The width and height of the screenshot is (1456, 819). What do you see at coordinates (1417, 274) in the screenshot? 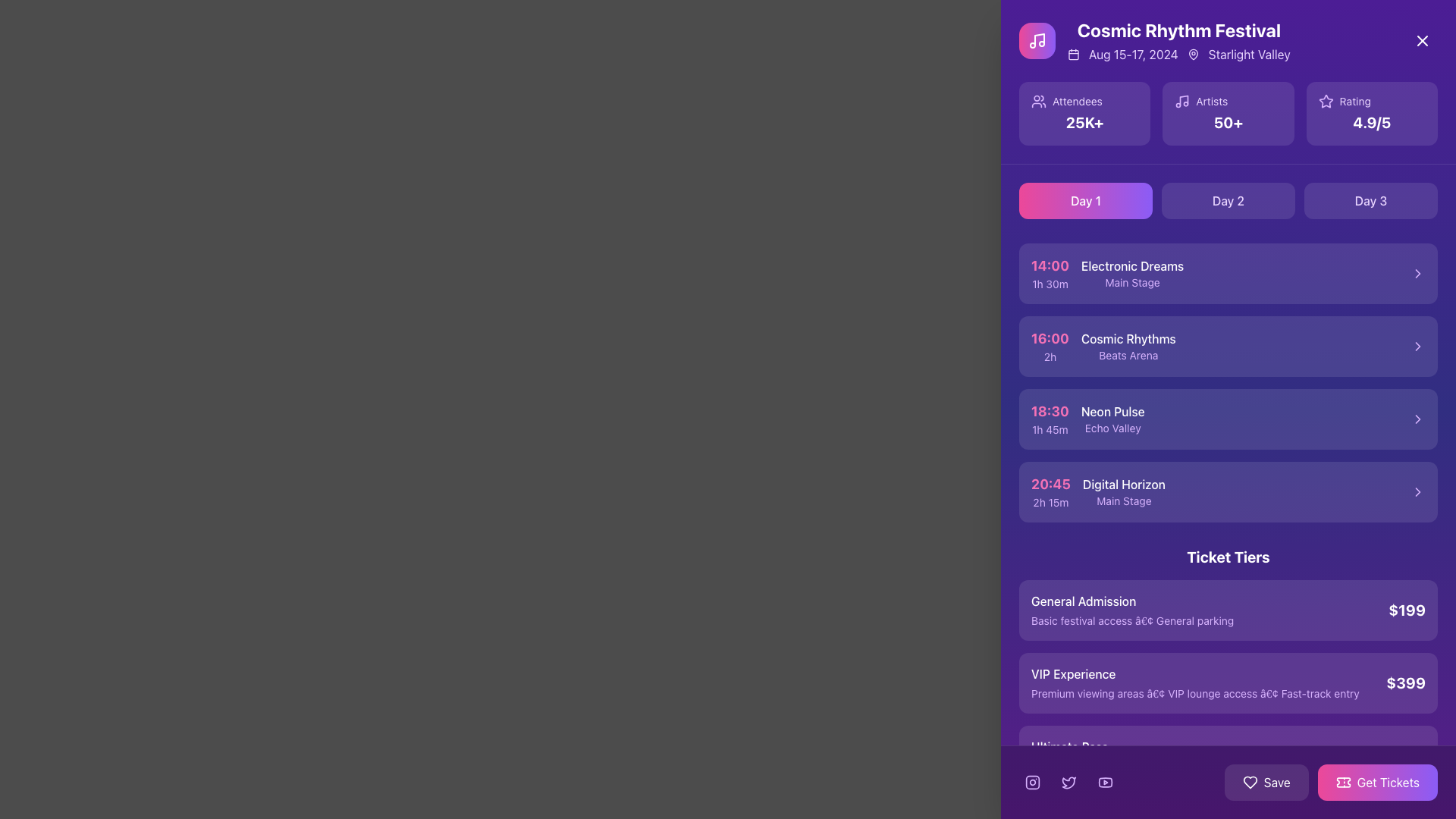
I see `the Chevron Right icon, a minimalistic purple arrow, located at the far right end of the row for the event 'Electronic Dreams'` at bounding box center [1417, 274].